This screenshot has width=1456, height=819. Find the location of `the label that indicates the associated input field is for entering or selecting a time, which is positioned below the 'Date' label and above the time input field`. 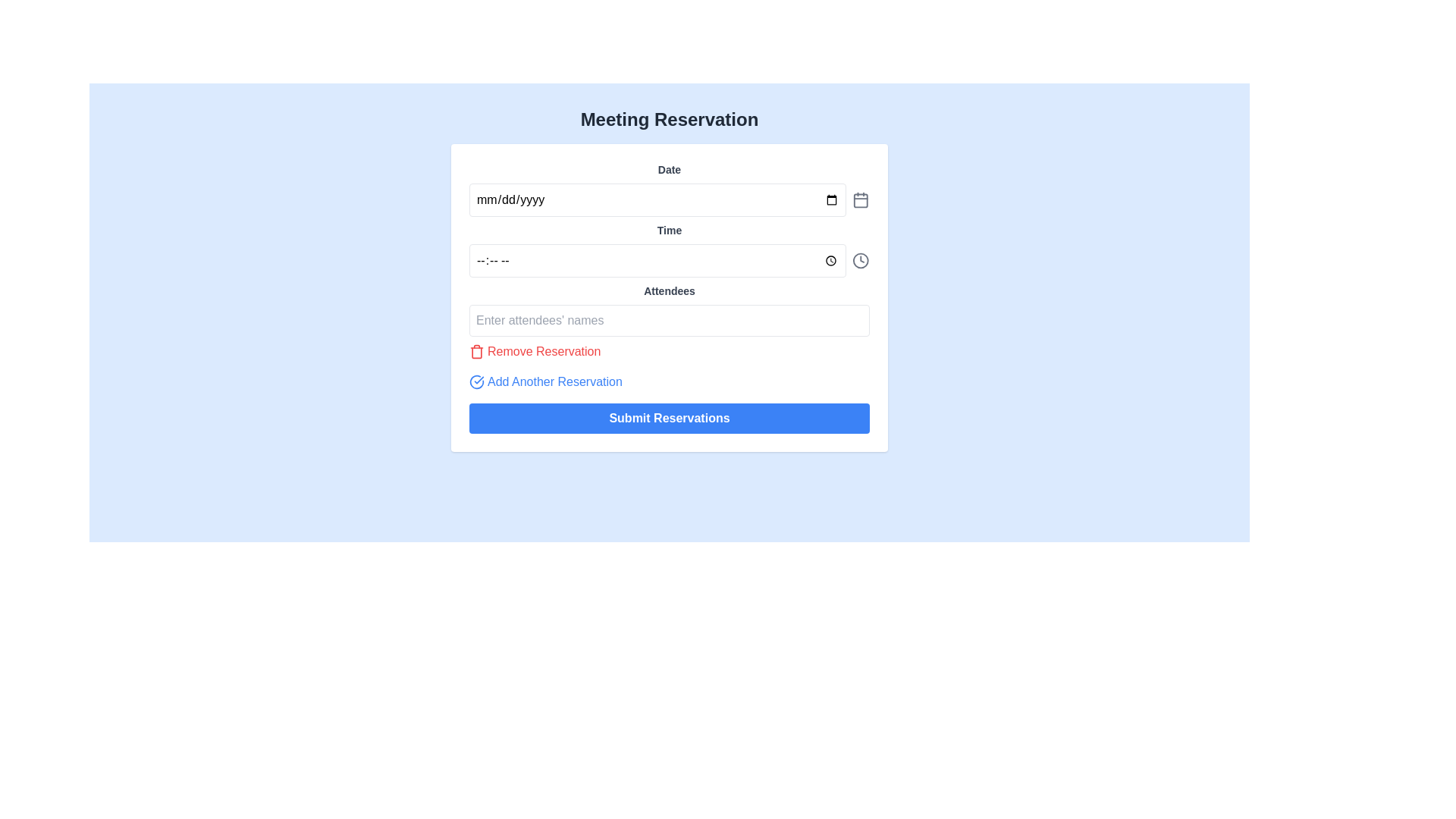

the label that indicates the associated input field is for entering or selecting a time, which is positioned below the 'Date' label and above the time input field is located at coordinates (669, 231).